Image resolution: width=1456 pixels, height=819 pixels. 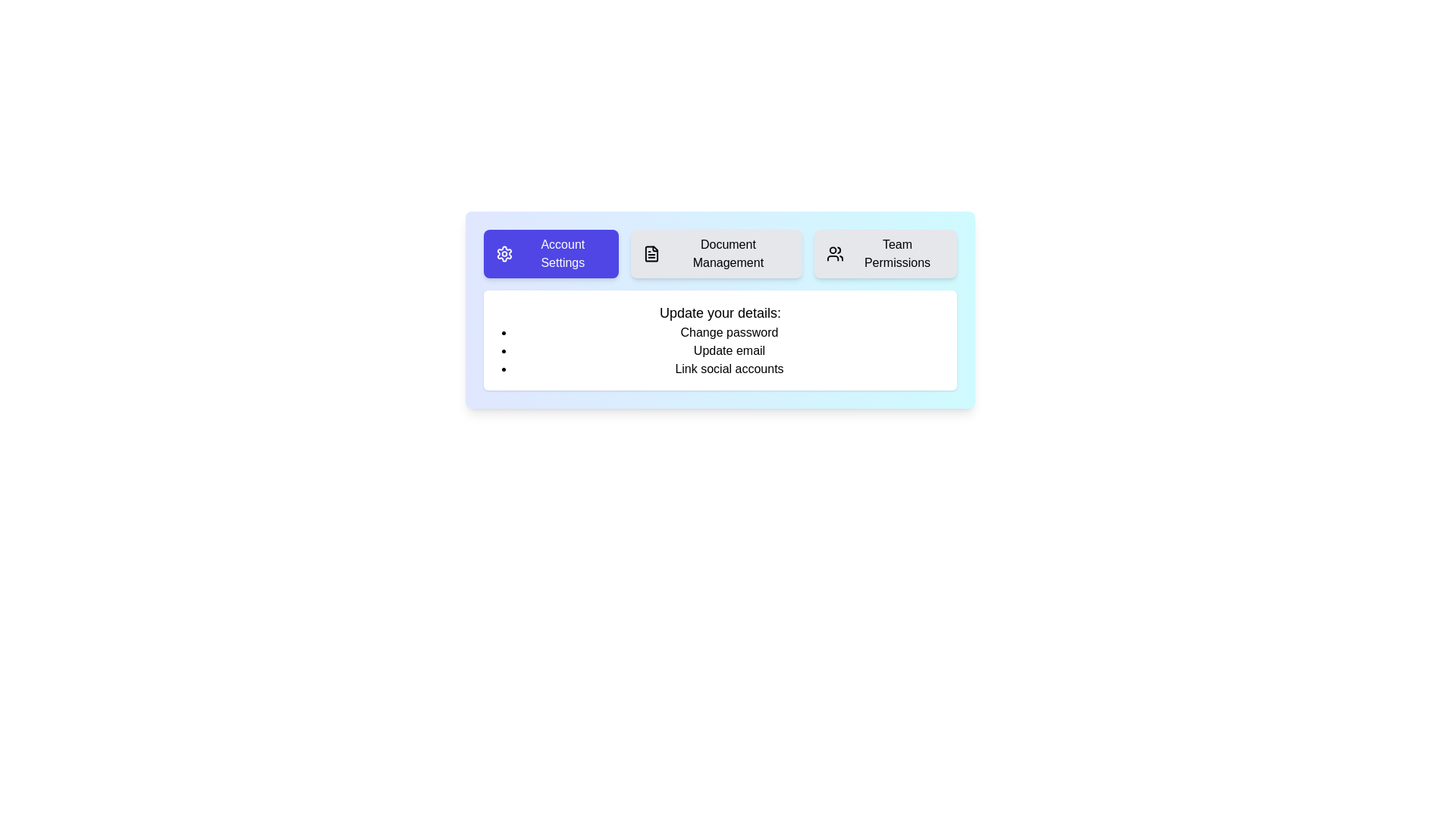 I want to click on the informational list located under the 'Update your details:' section, which contains options or steps related to account management, so click(x=720, y=350).